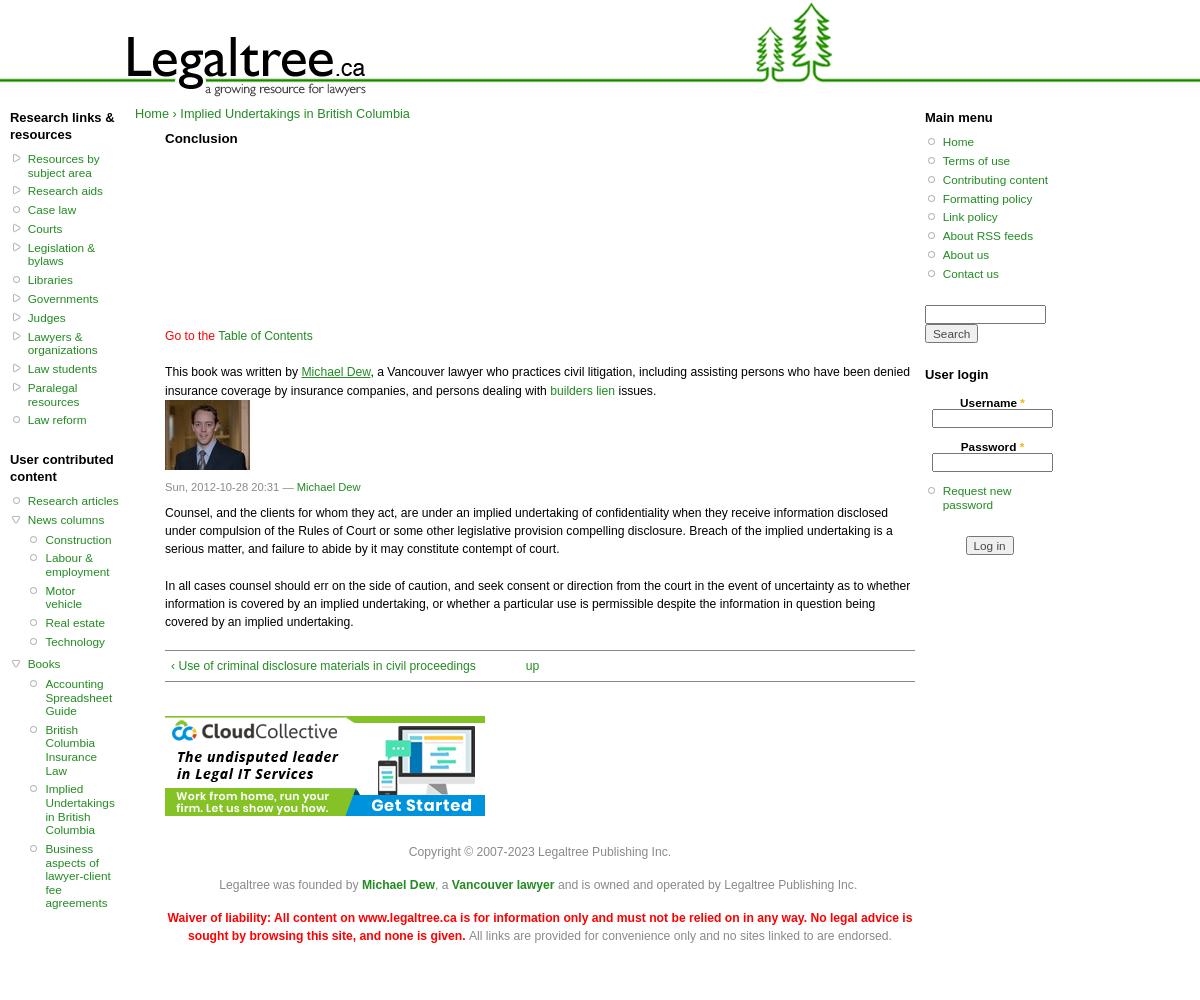 The height and width of the screenshot is (1000, 1200). Describe the element at coordinates (164, 602) in the screenshot. I see `'In all cases counsel should err on the side of caution, and seek consent or direction from the court in the event of uncertainty as to whether information is covered by an implied undertaking, or whether a particular use is permissible despite the information in question being covered by an implied undertaking.'` at that location.